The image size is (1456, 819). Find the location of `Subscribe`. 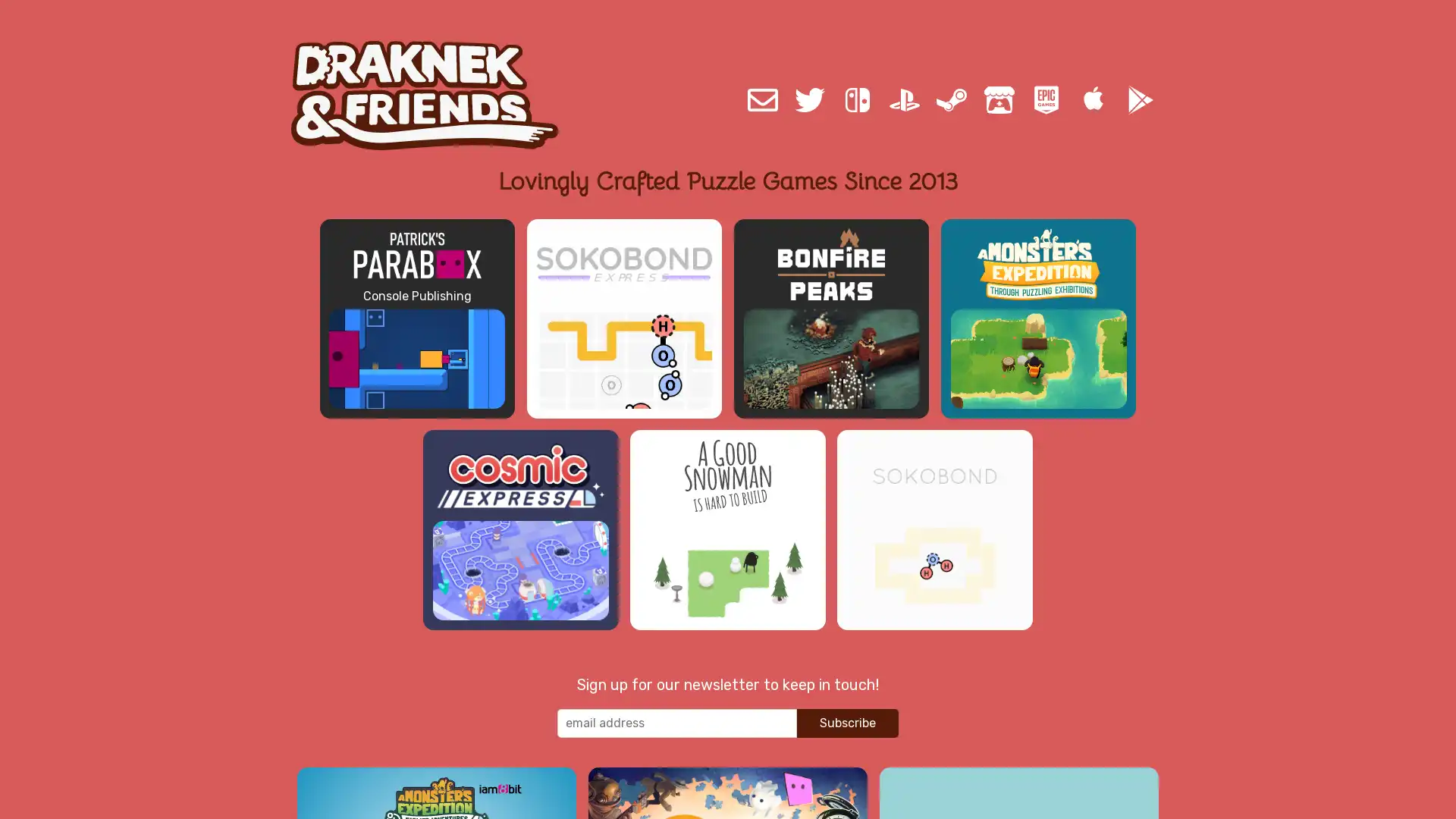

Subscribe is located at coordinates (847, 733).